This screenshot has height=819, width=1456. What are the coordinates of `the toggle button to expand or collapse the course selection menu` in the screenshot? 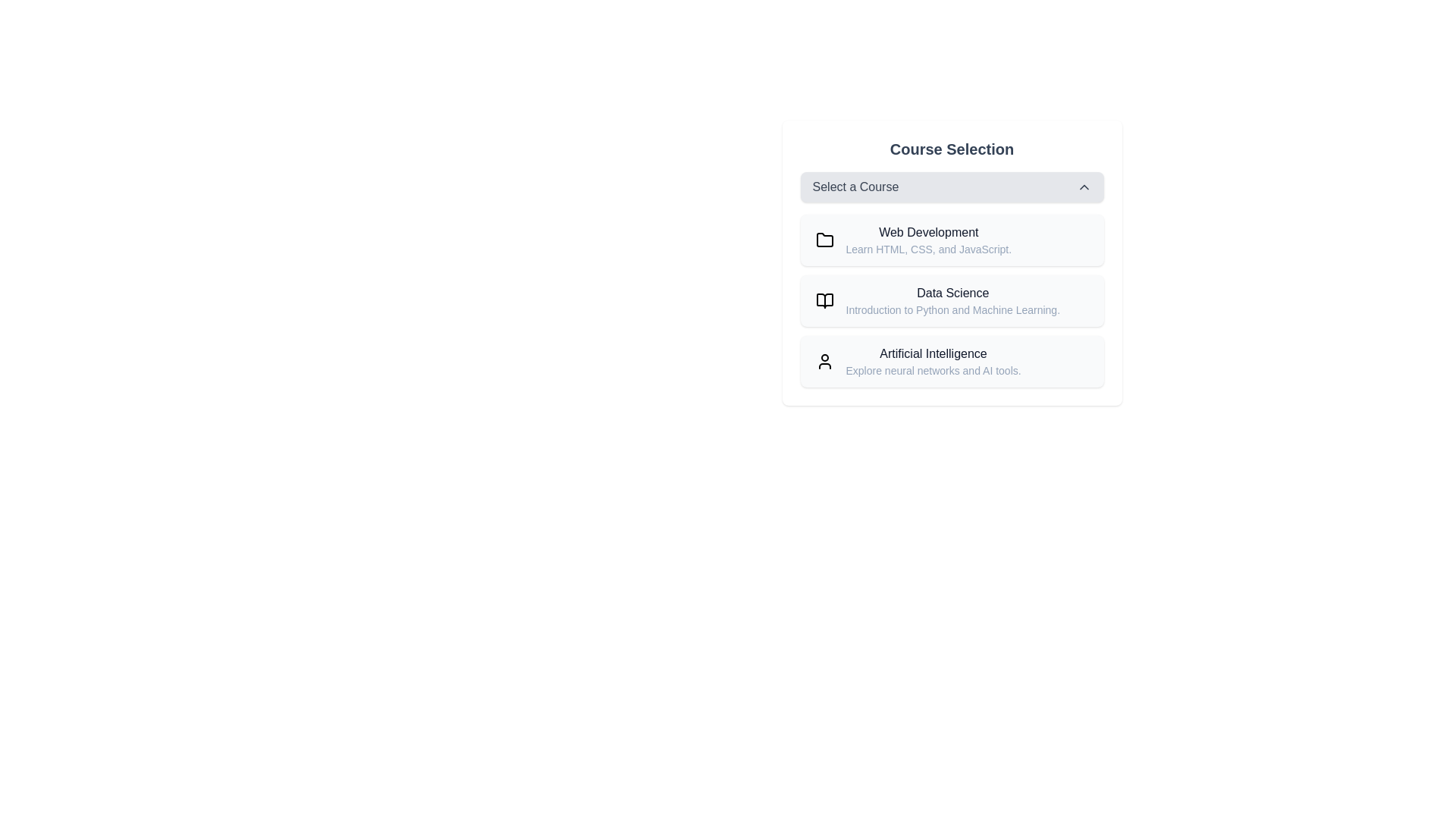 It's located at (951, 186).